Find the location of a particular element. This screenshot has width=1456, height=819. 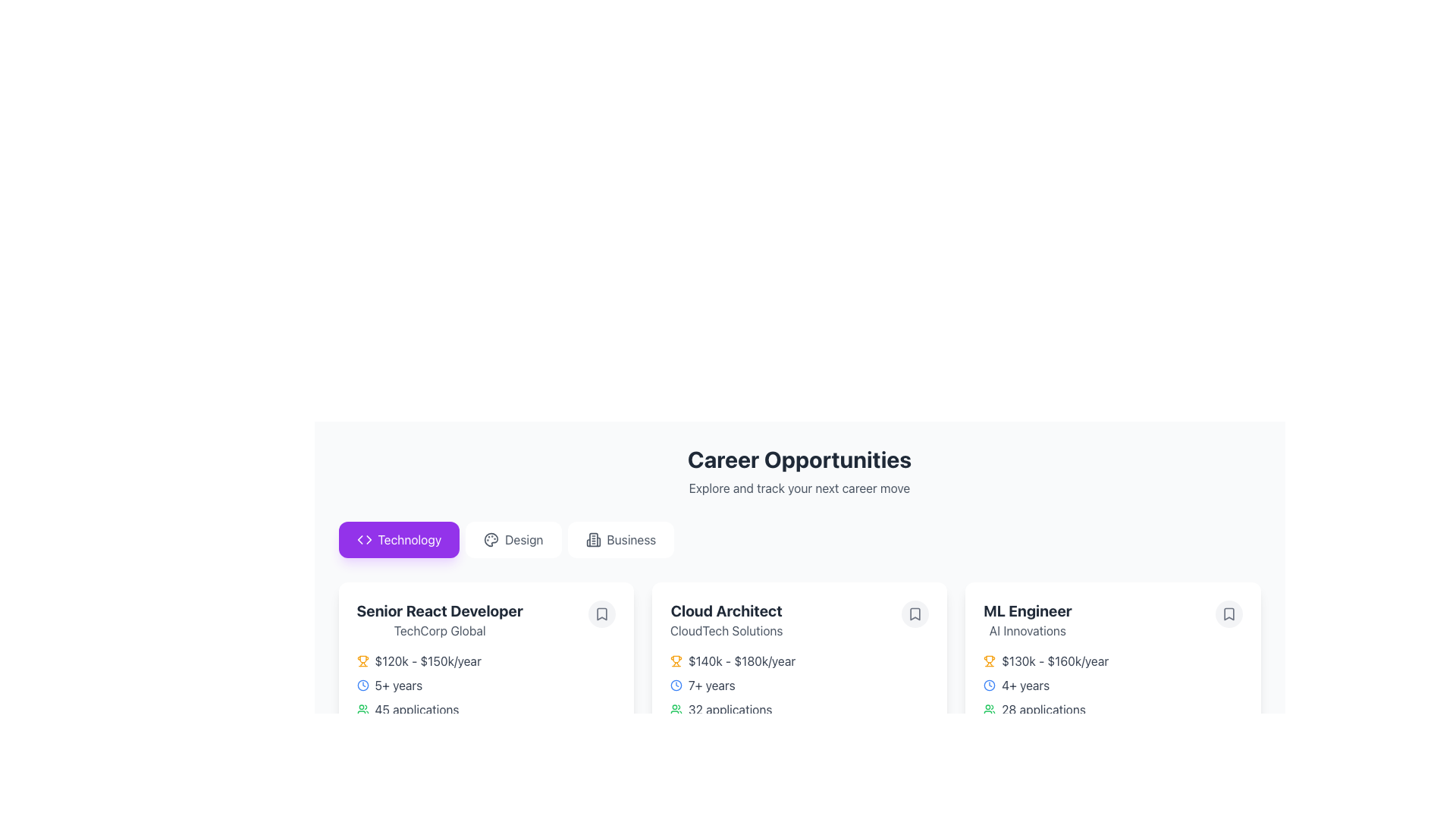

the '4+ years' text element in the 'ML Engineer' job posting card is located at coordinates (1025, 685).